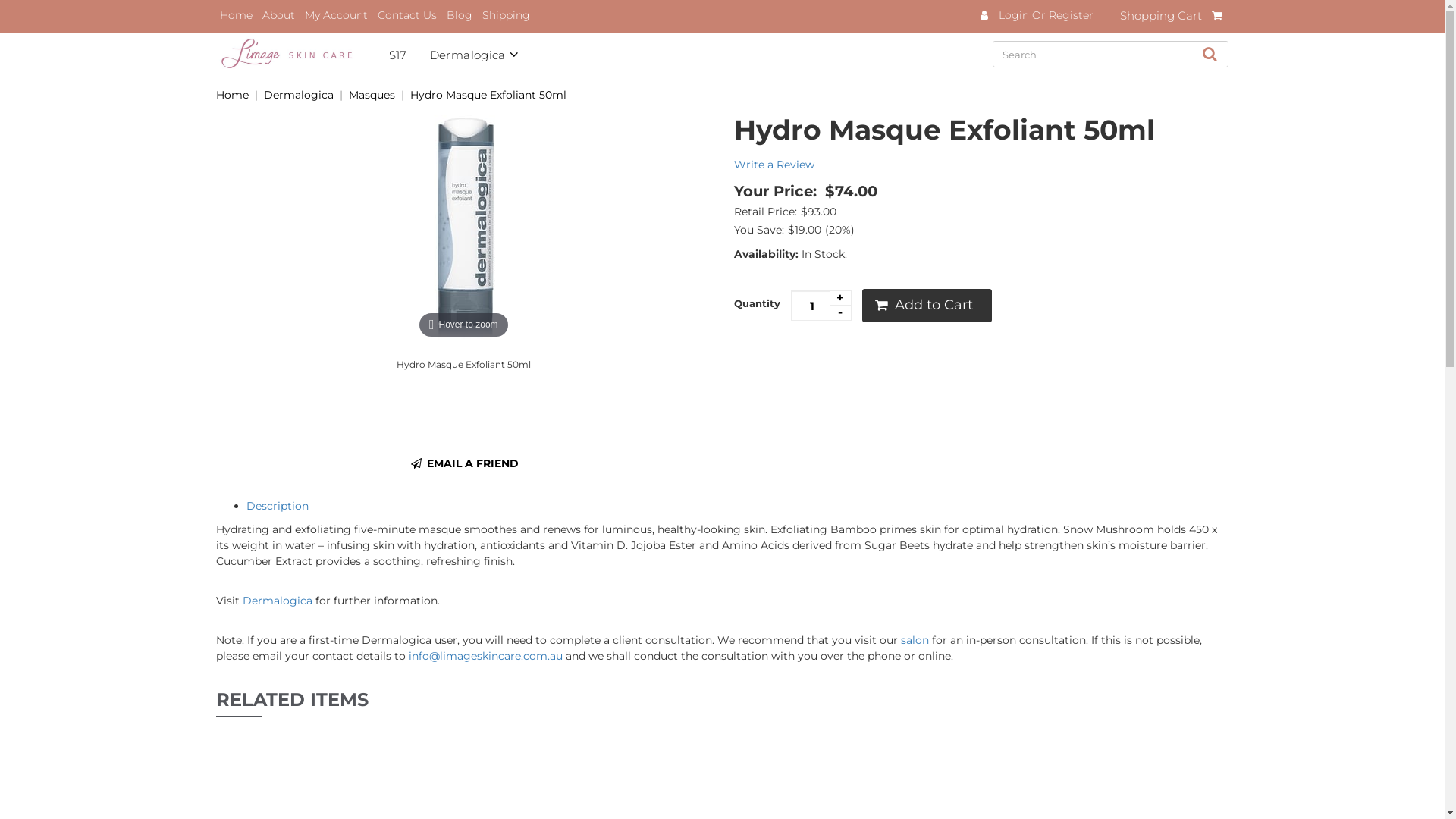 The image size is (1456, 819). I want to click on 'Hover to zoom', so click(462, 227).